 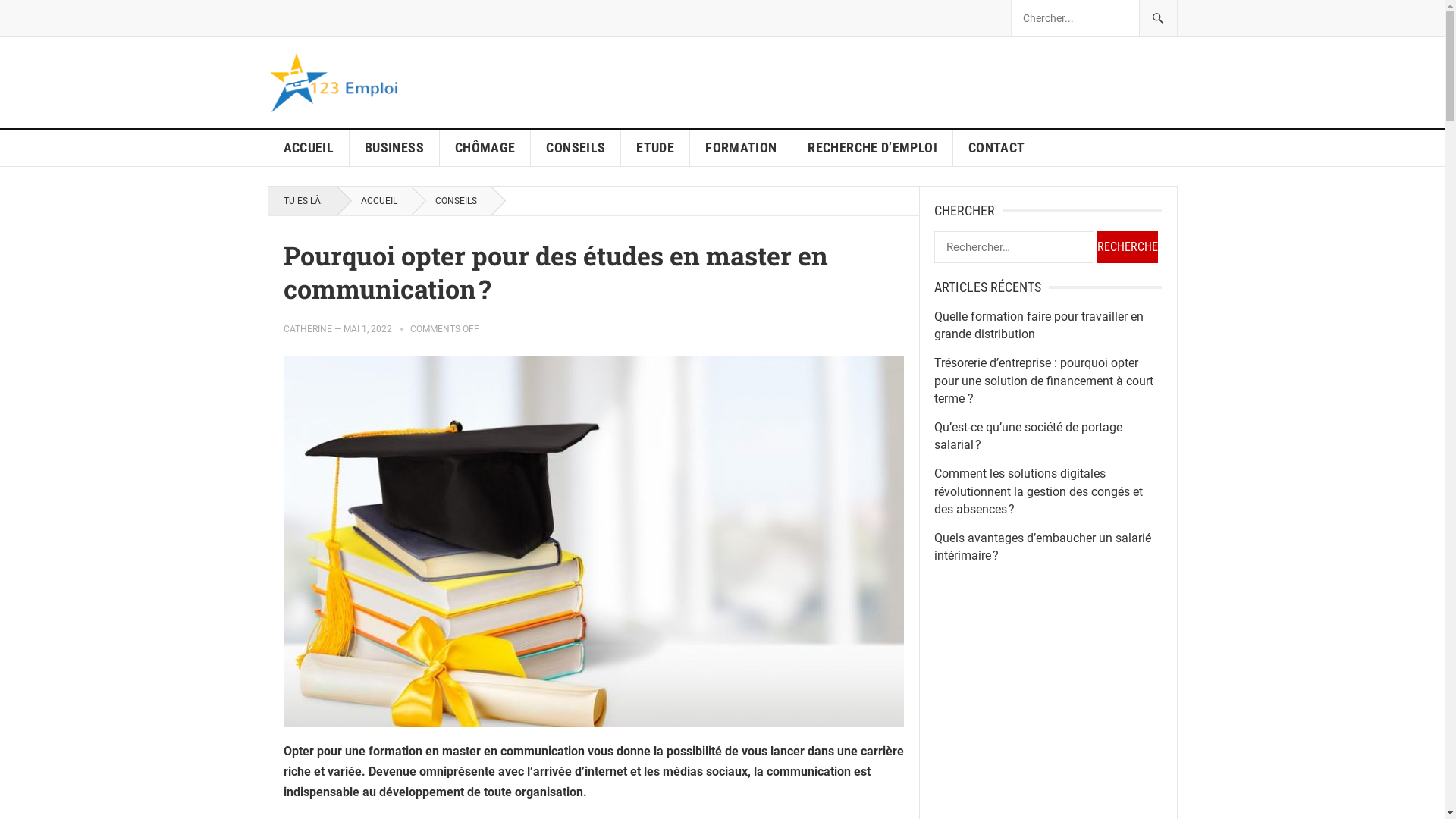 I want to click on 'ETUDE', so click(x=655, y=148).